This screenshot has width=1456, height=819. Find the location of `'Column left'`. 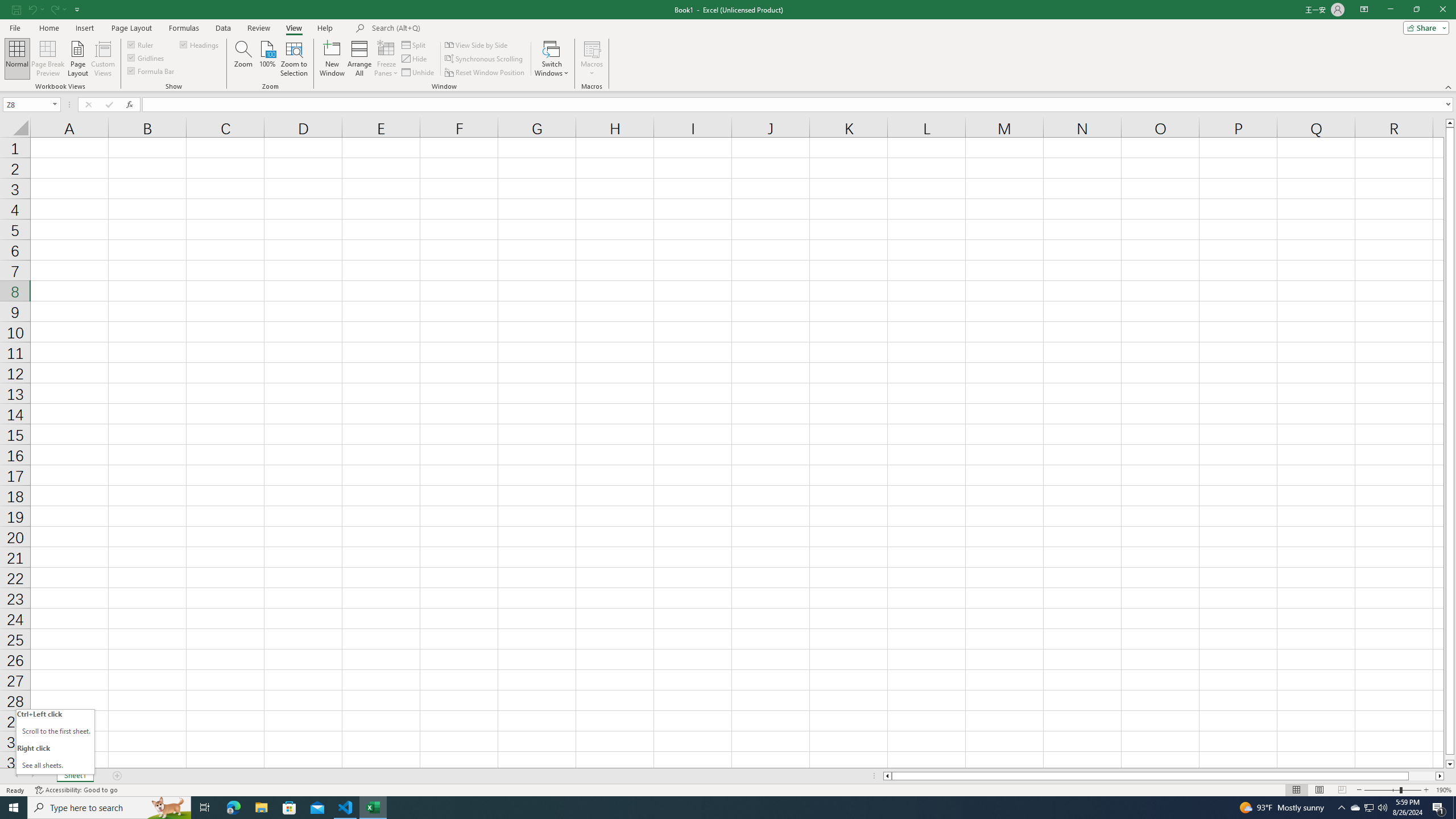

'Column left' is located at coordinates (886, 775).